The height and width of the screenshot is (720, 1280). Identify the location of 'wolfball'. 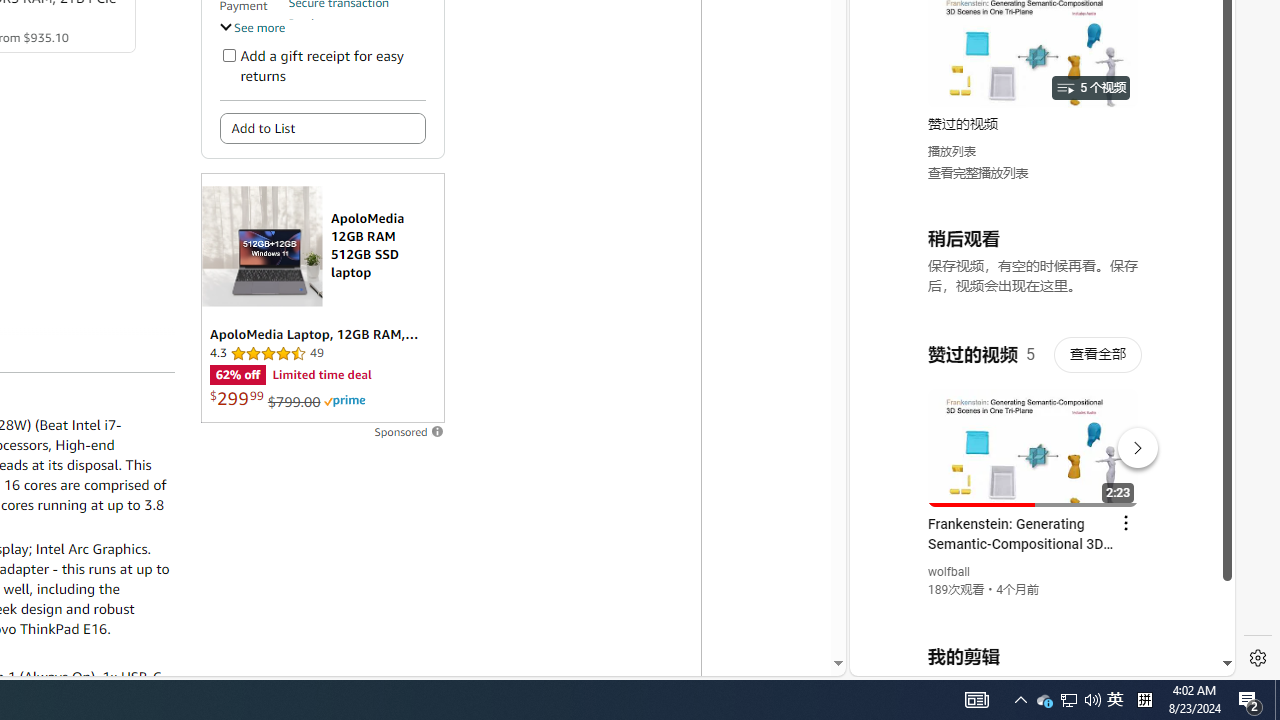
(948, 572).